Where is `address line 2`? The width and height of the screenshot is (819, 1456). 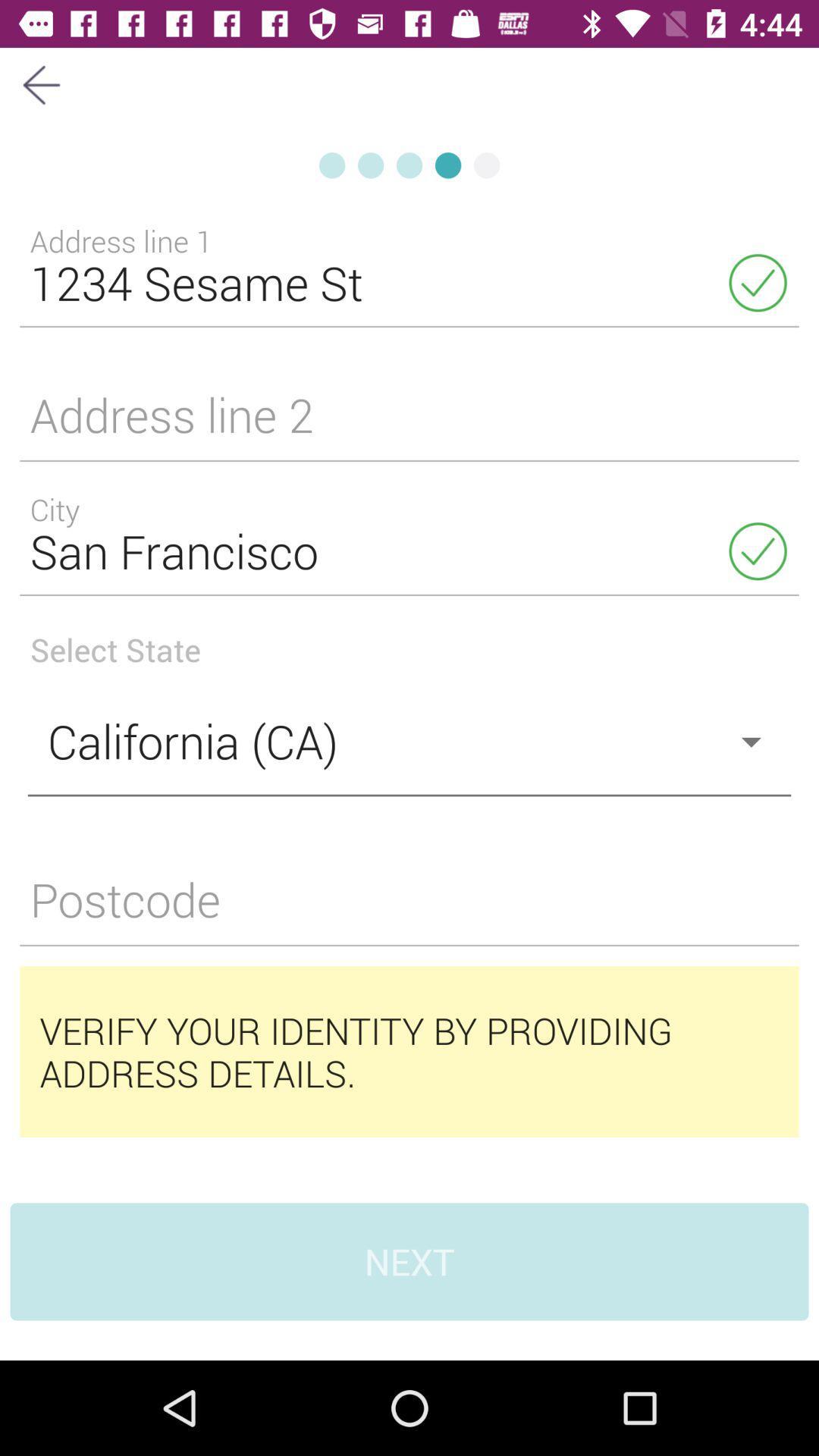 address line 2 is located at coordinates (409, 424).